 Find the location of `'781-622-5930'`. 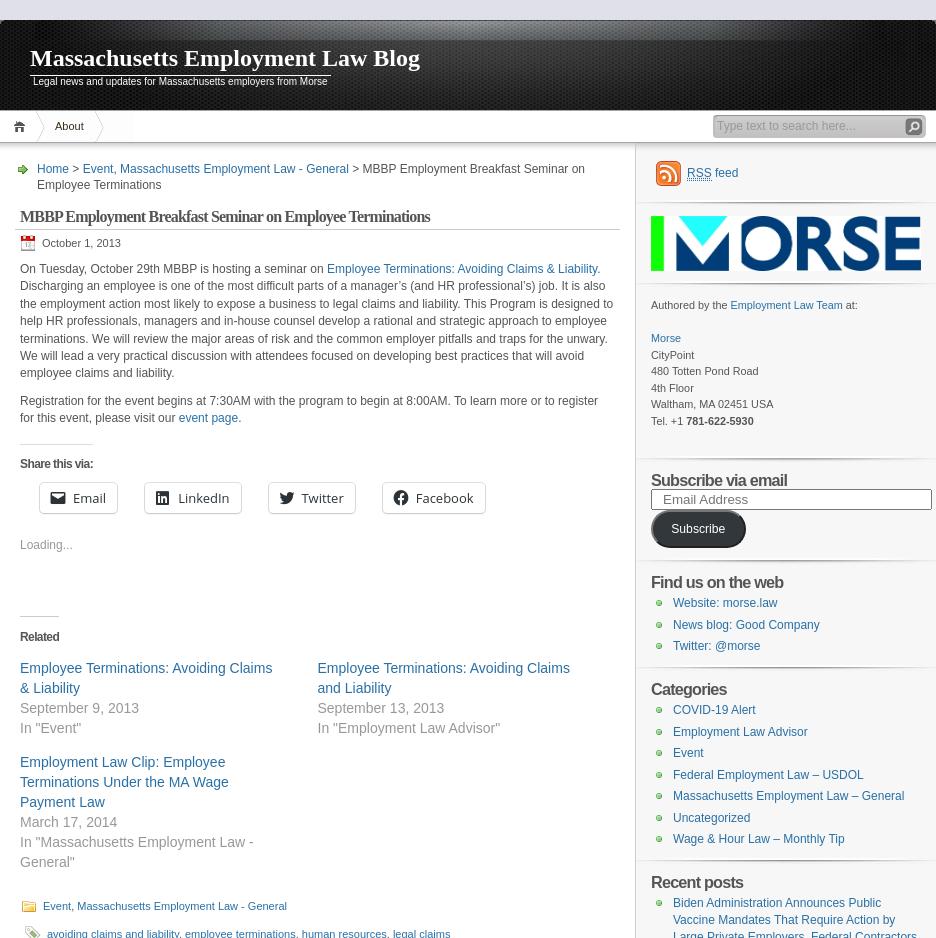

'781-622-5930' is located at coordinates (718, 420).